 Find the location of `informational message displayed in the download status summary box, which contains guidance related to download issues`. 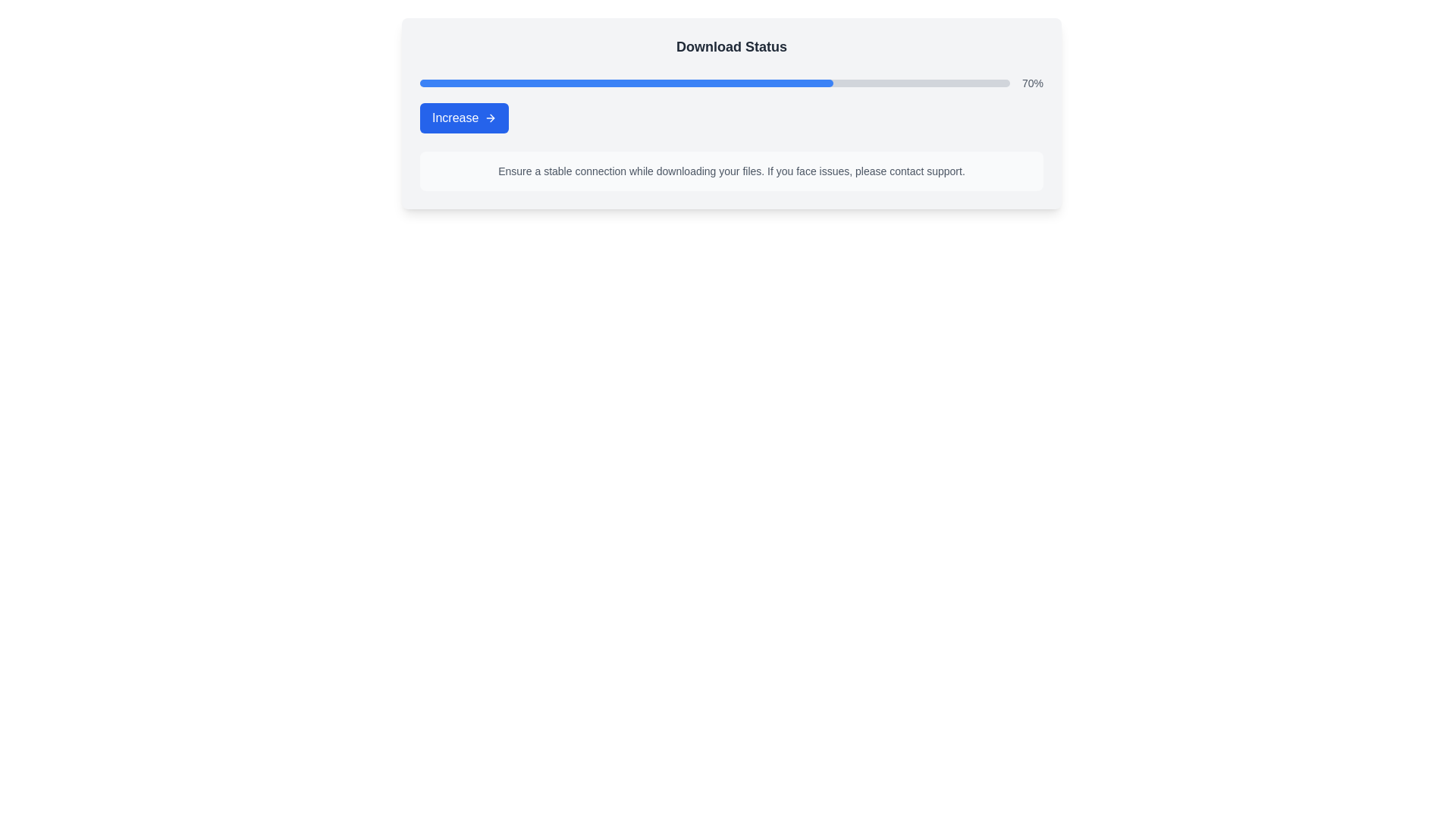

informational message displayed in the download status summary box, which contains guidance related to download issues is located at coordinates (731, 113).